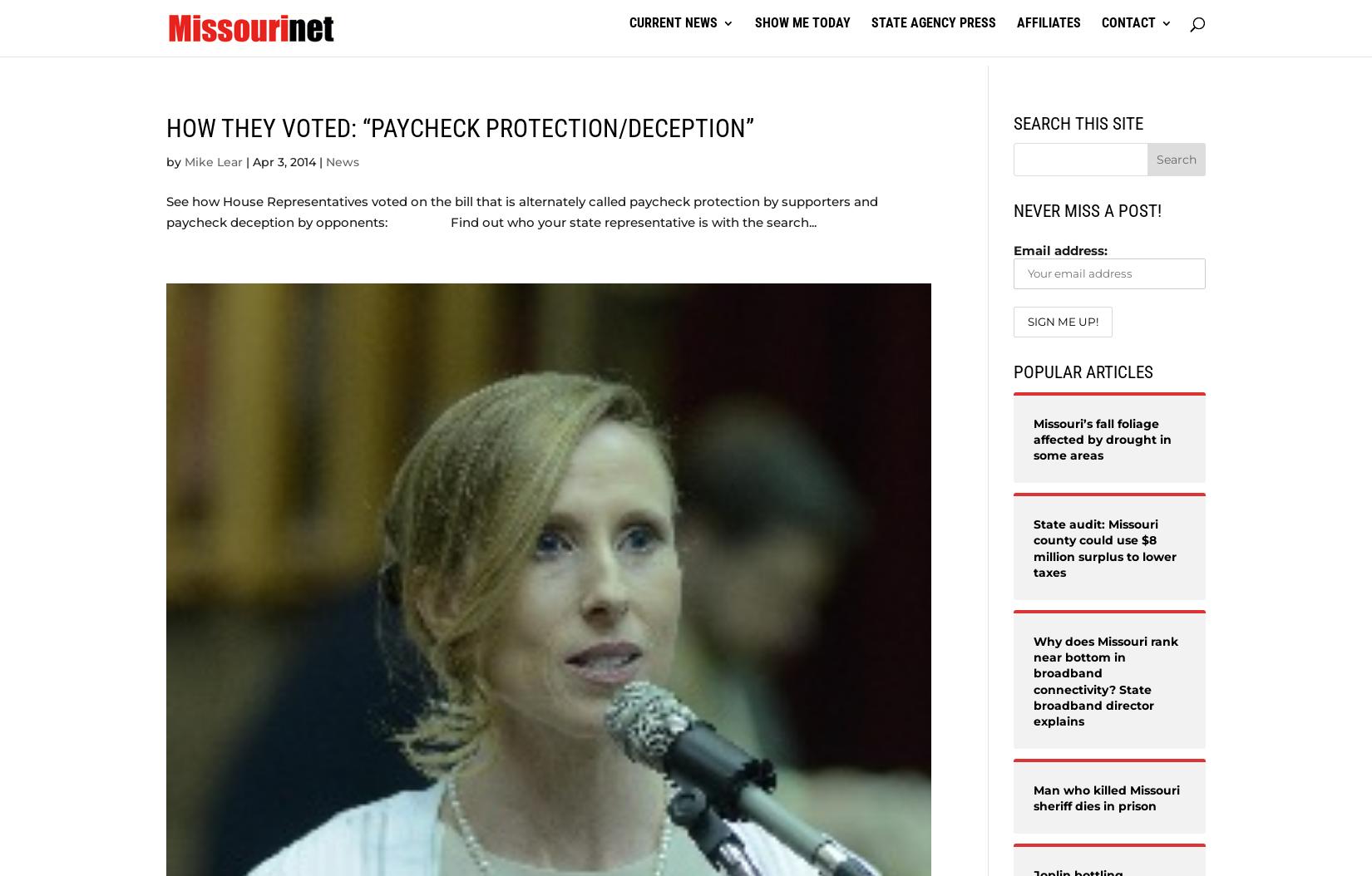  I want to click on 'Crime / Courts', so click(869, 105).